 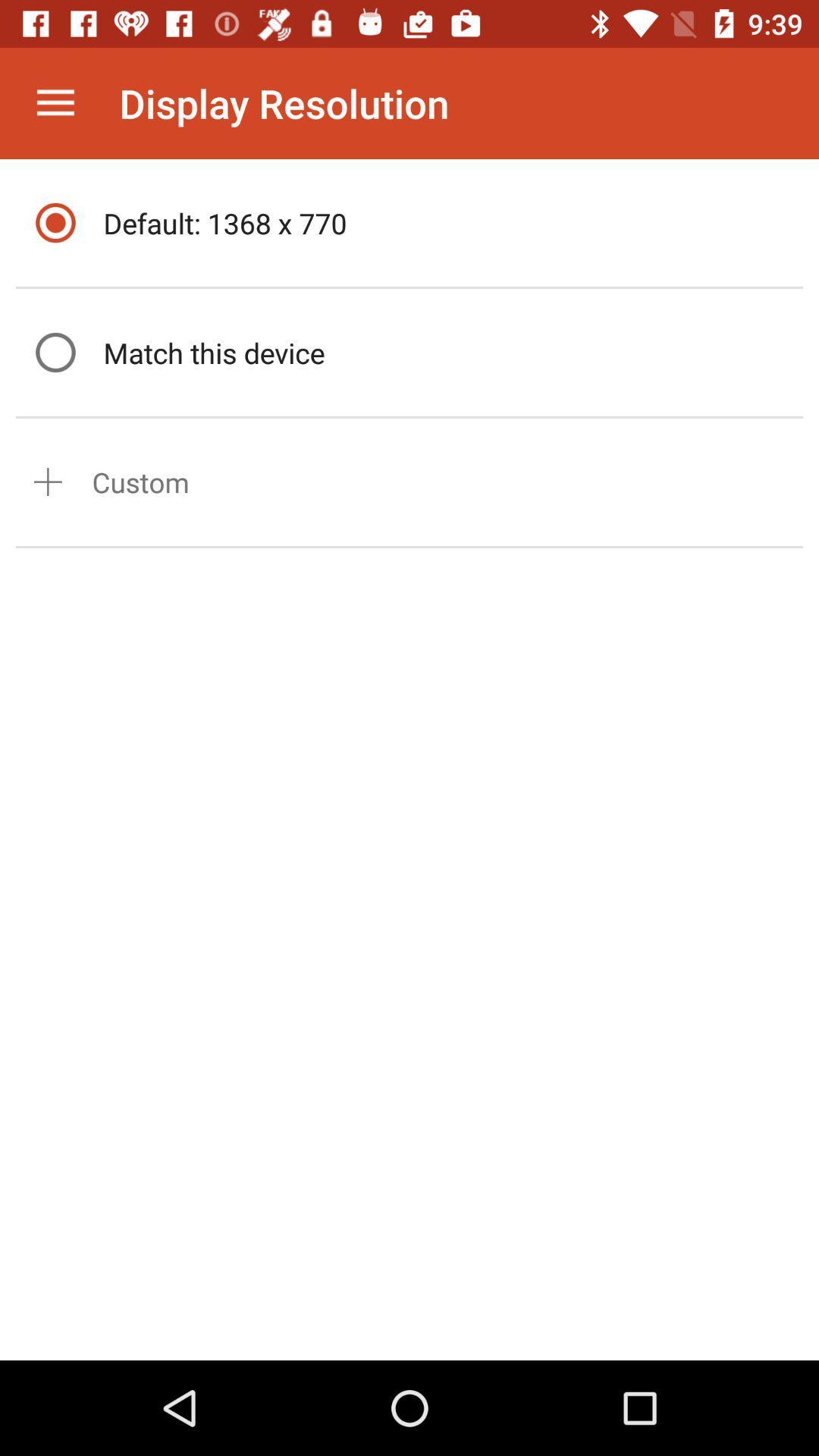 I want to click on item to the left of the custom icon, so click(x=47, y=481).